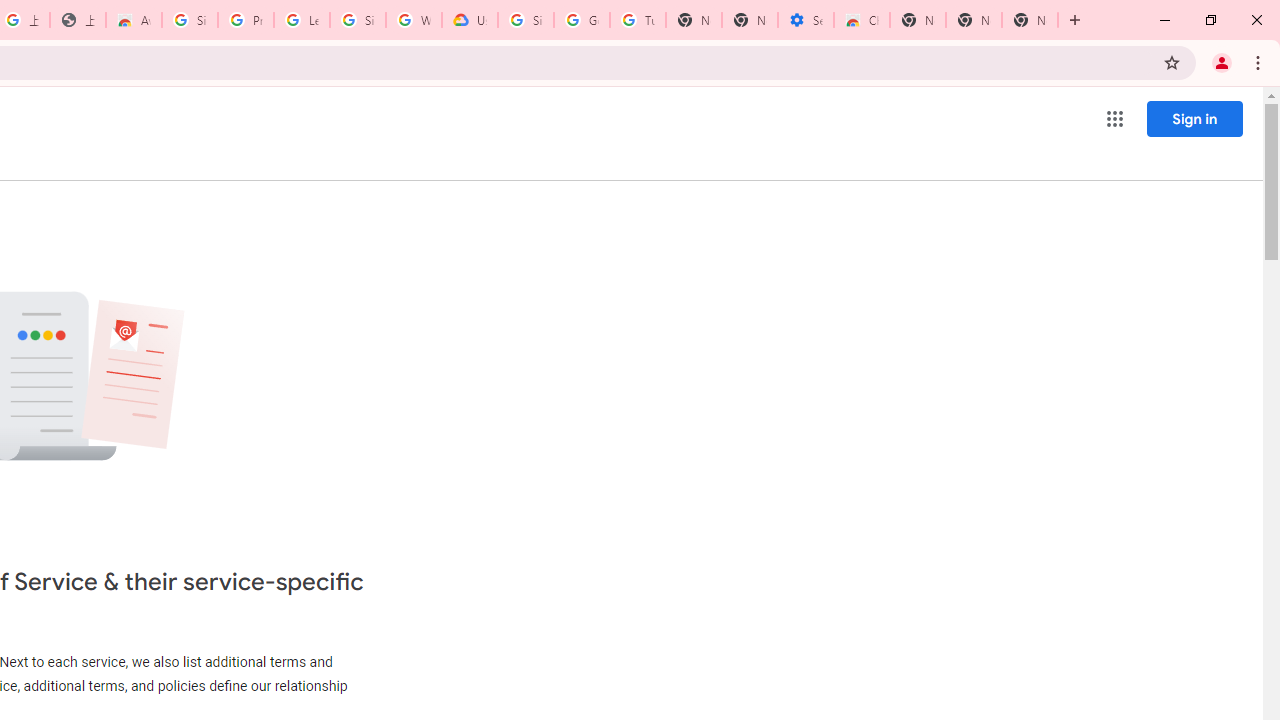  What do you see at coordinates (862, 20) in the screenshot?
I see `'Chrome Web Store - Accessibility extensions'` at bounding box center [862, 20].